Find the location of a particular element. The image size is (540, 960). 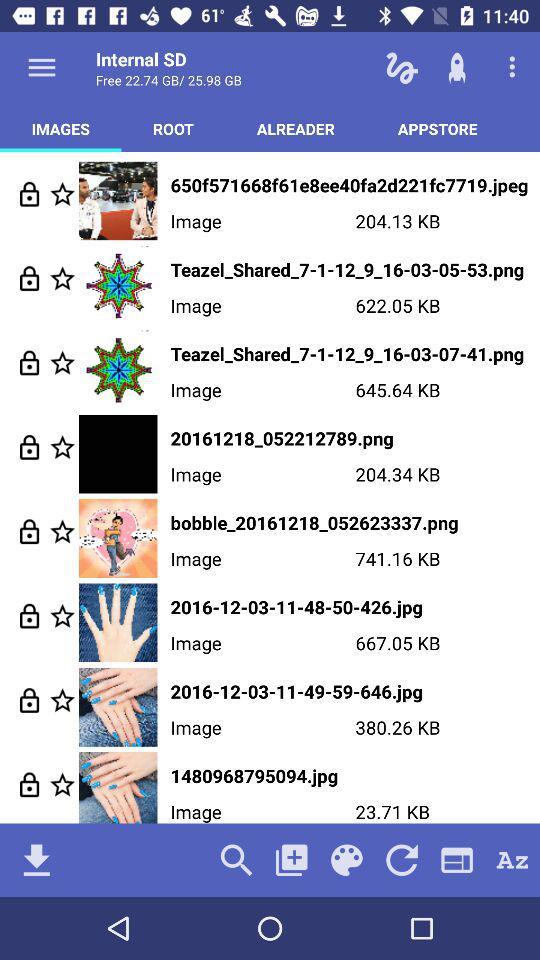

favorite is located at coordinates (62, 361).